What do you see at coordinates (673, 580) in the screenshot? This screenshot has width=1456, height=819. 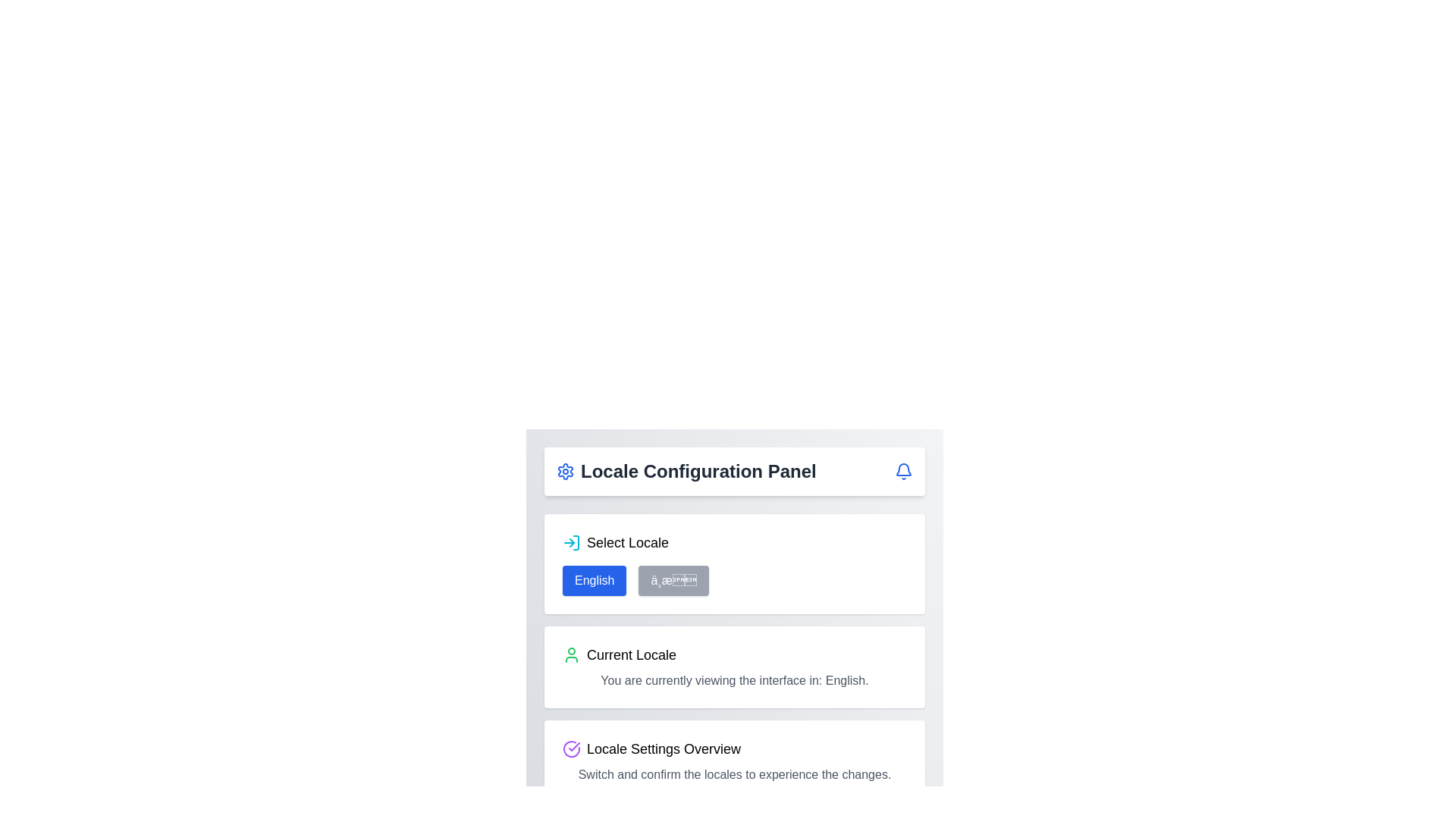 I see `the language switch button located to the right of the 'English' button in the 'Select Locale' section` at bounding box center [673, 580].